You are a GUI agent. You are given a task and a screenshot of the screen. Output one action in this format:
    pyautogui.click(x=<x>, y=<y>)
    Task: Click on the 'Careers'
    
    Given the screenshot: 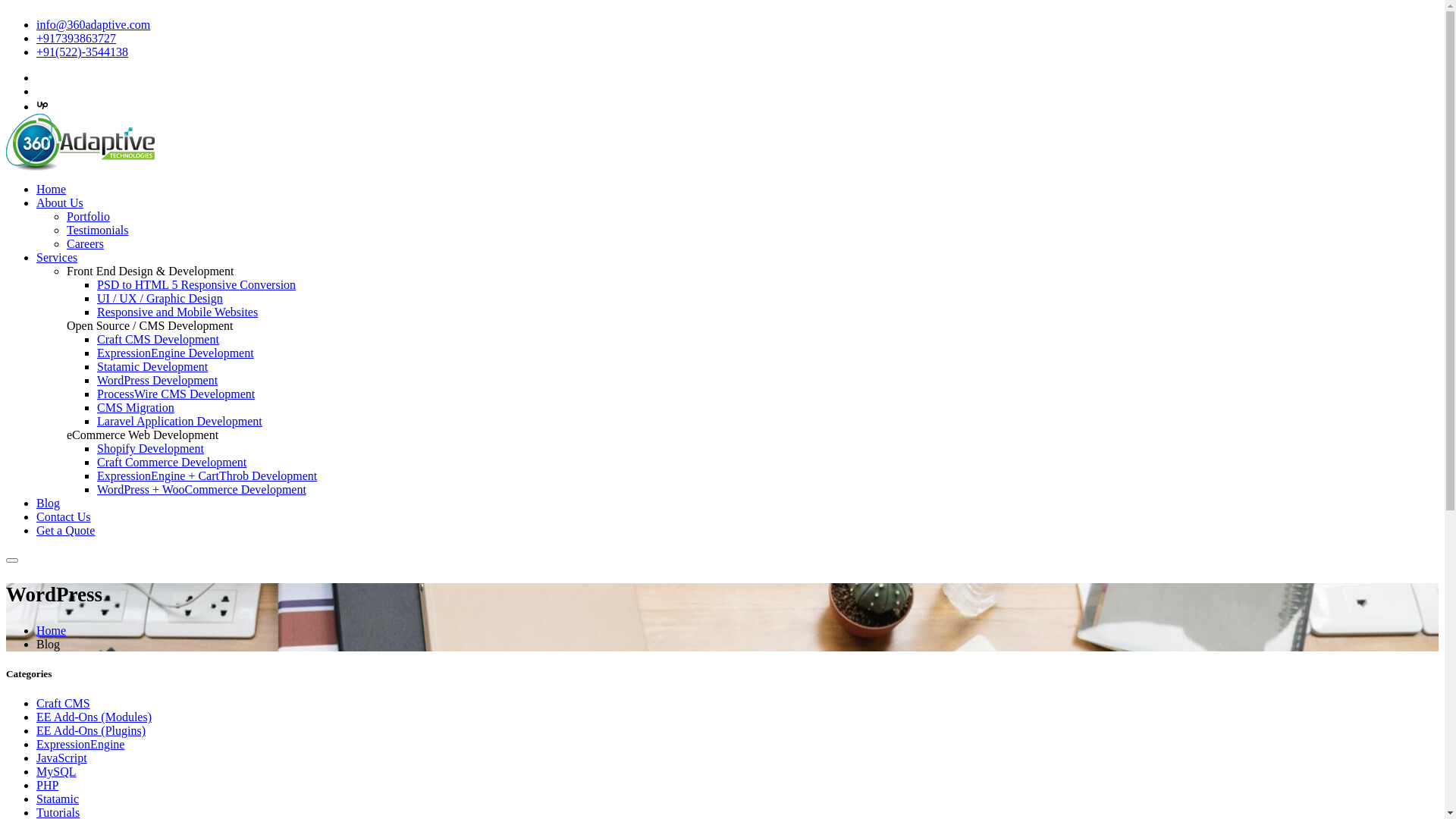 What is the action you would take?
    pyautogui.click(x=84, y=243)
    